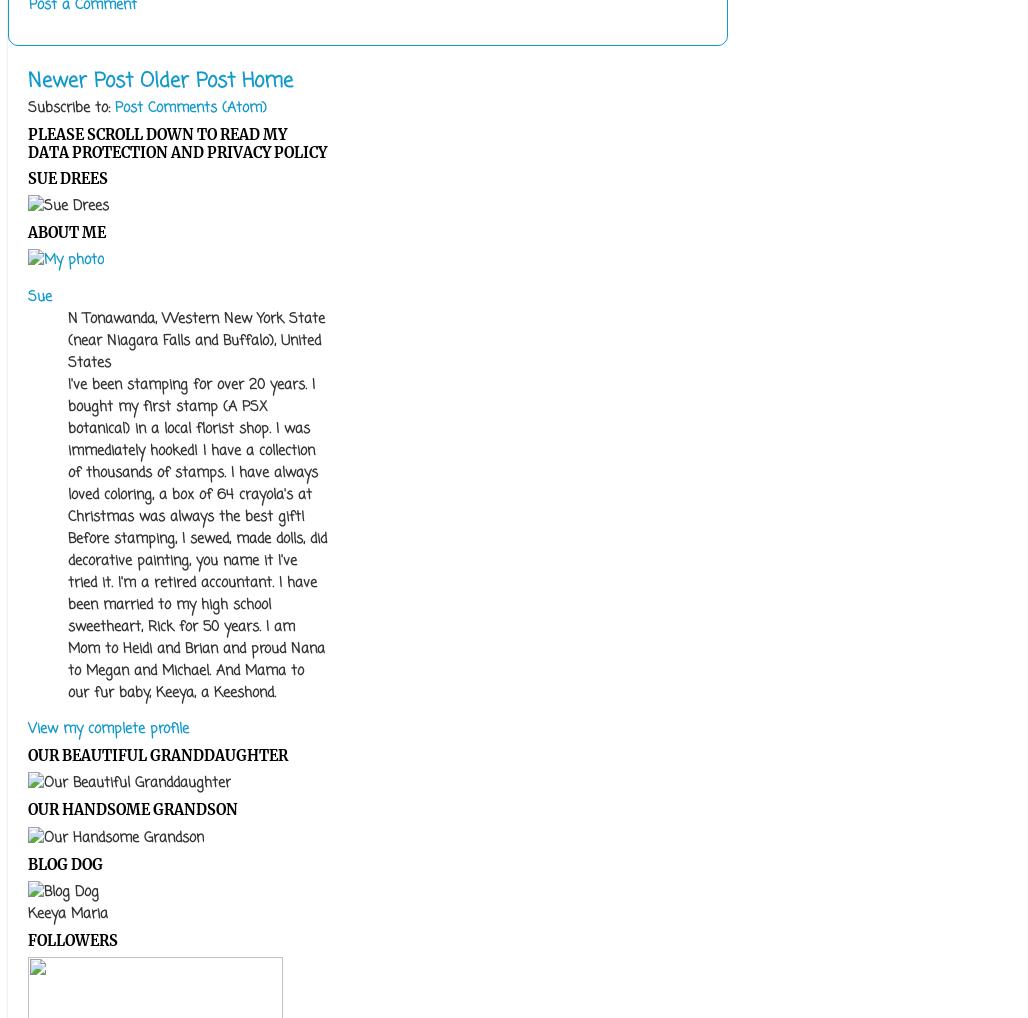 The width and height of the screenshot is (1028, 1018). What do you see at coordinates (107, 726) in the screenshot?
I see `'View my complete profile'` at bounding box center [107, 726].